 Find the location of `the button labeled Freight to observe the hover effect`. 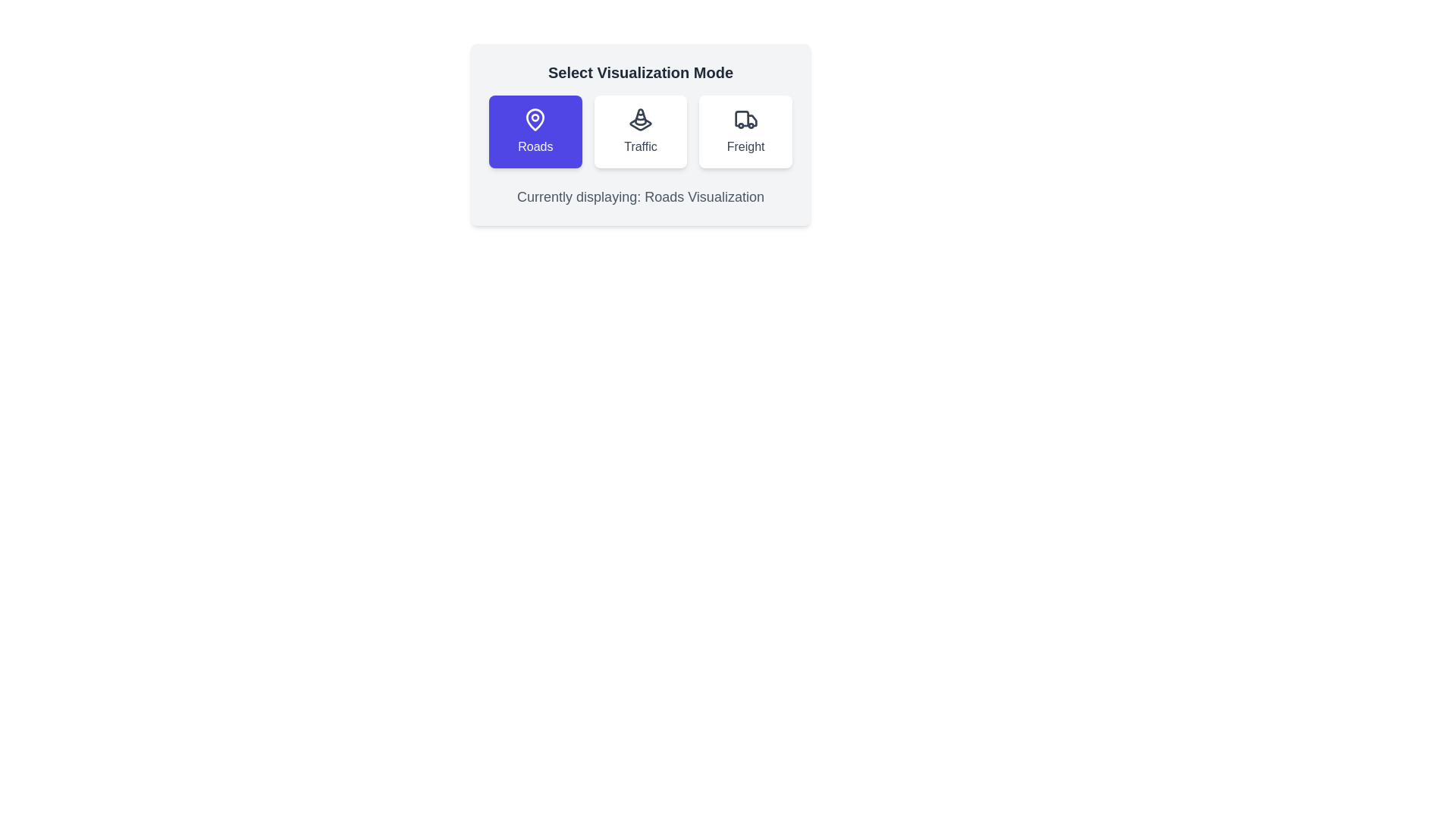

the button labeled Freight to observe the hover effect is located at coordinates (745, 130).